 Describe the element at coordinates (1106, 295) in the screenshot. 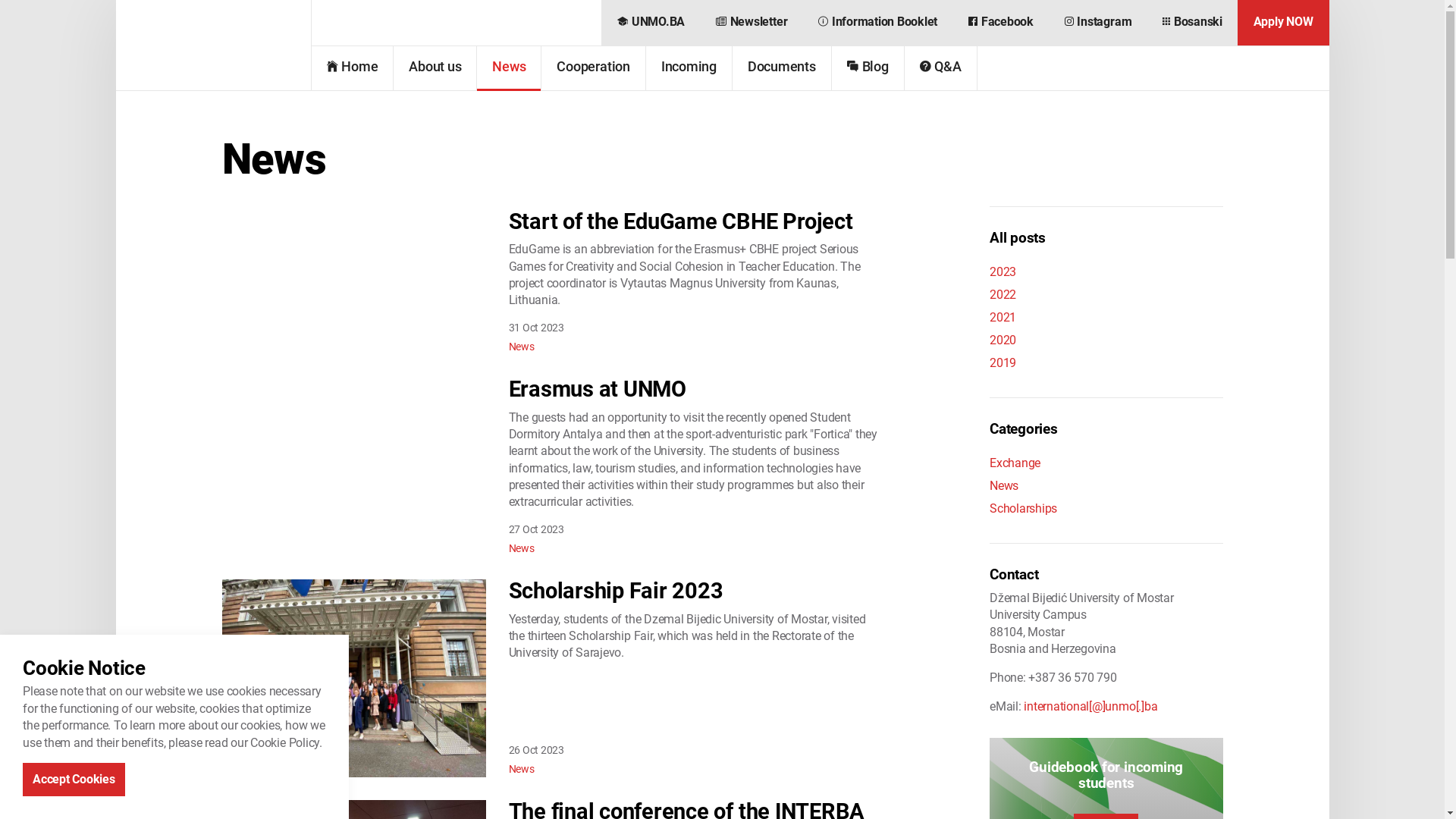

I see `'2022'` at that location.